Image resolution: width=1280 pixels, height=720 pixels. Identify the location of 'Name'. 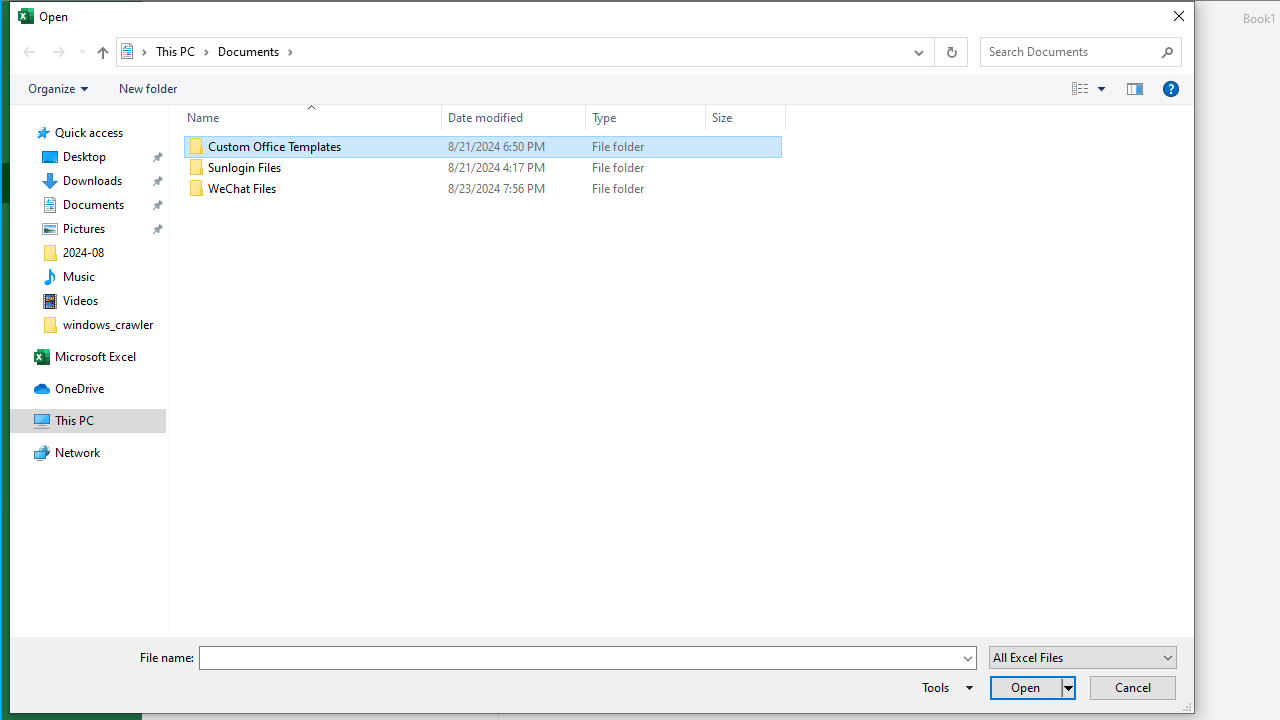
(304, 117).